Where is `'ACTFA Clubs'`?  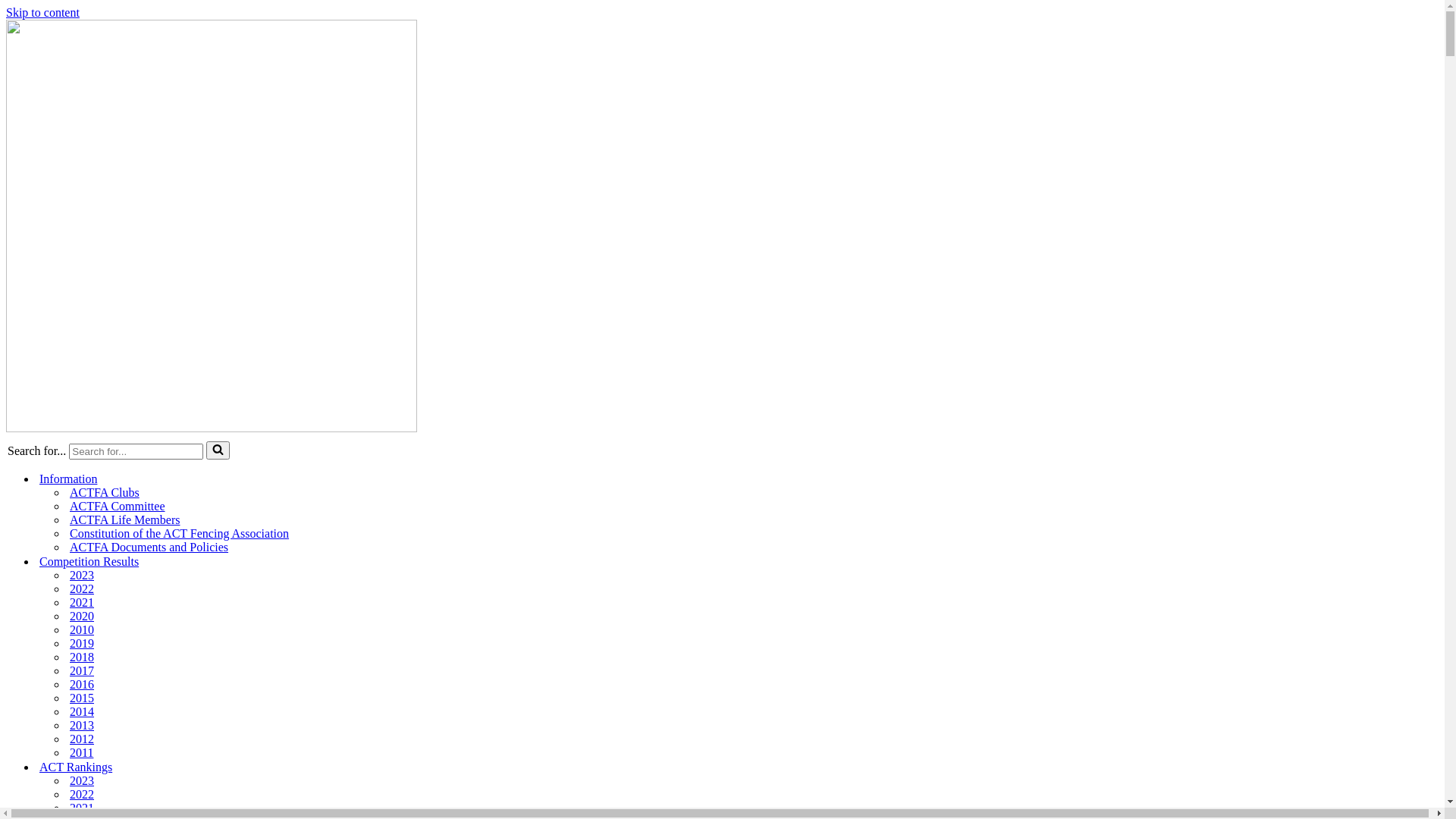 'ACTFA Clubs' is located at coordinates (104, 493).